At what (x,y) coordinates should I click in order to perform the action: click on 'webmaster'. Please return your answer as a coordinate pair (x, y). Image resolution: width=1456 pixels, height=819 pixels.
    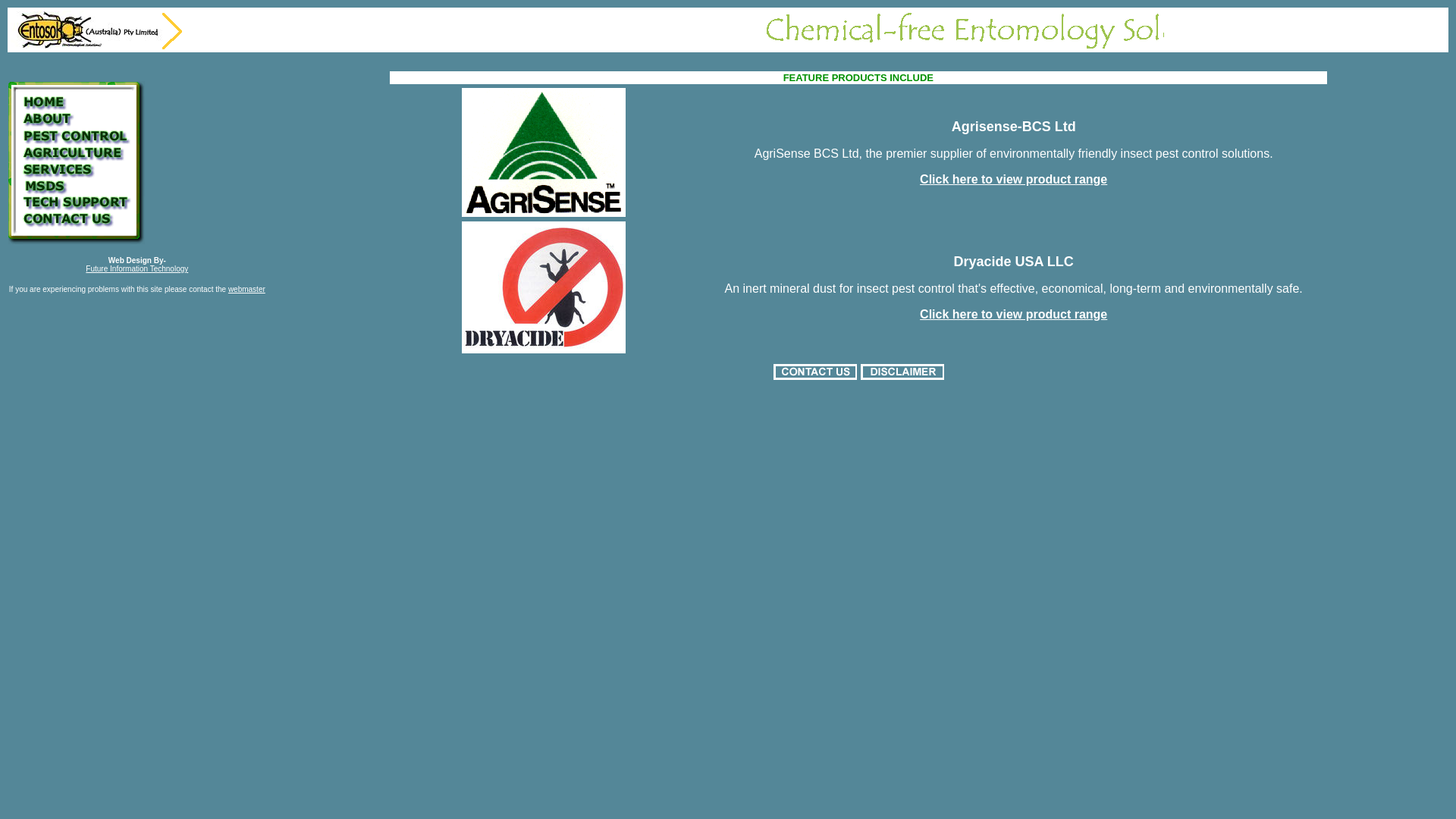
    Looking at the image, I should click on (227, 289).